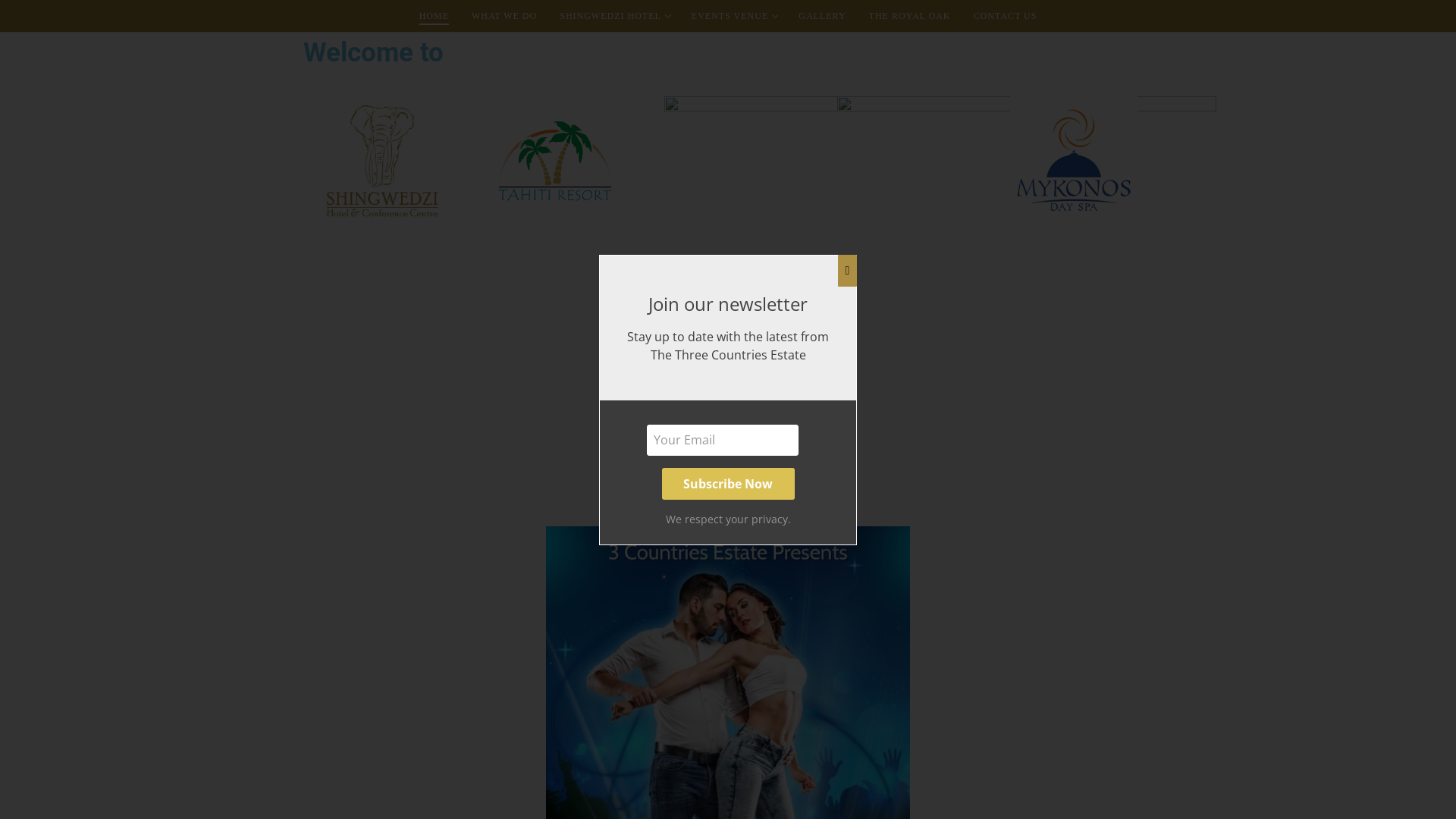 The width and height of the screenshot is (1456, 819). What do you see at coordinates (680, 15) in the screenshot?
I see `'EVENTS VENUE` at bounding box center [680, 15].